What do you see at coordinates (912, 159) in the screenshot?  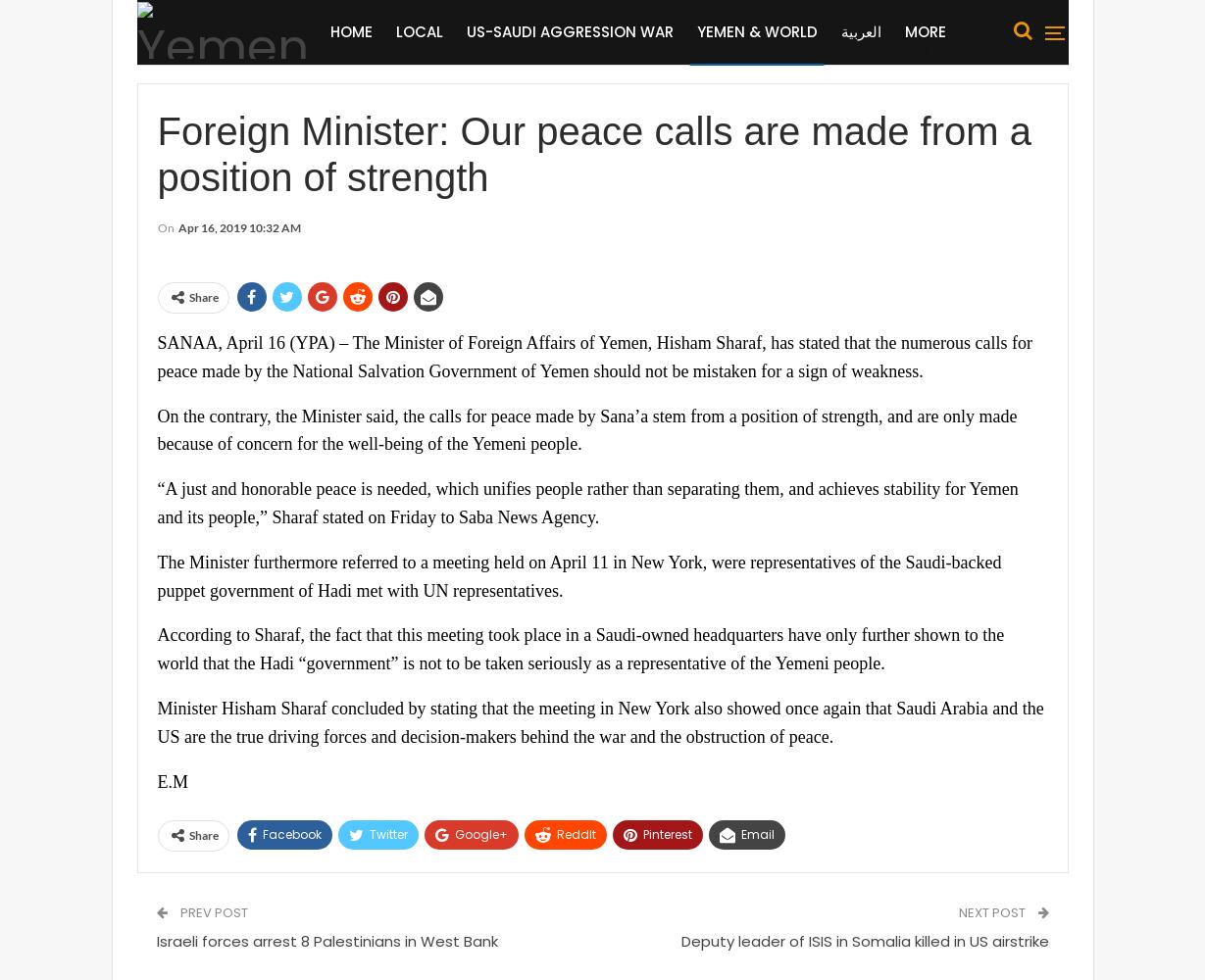 I see `'Organized Crimes'` at bounding box center [912, 159].